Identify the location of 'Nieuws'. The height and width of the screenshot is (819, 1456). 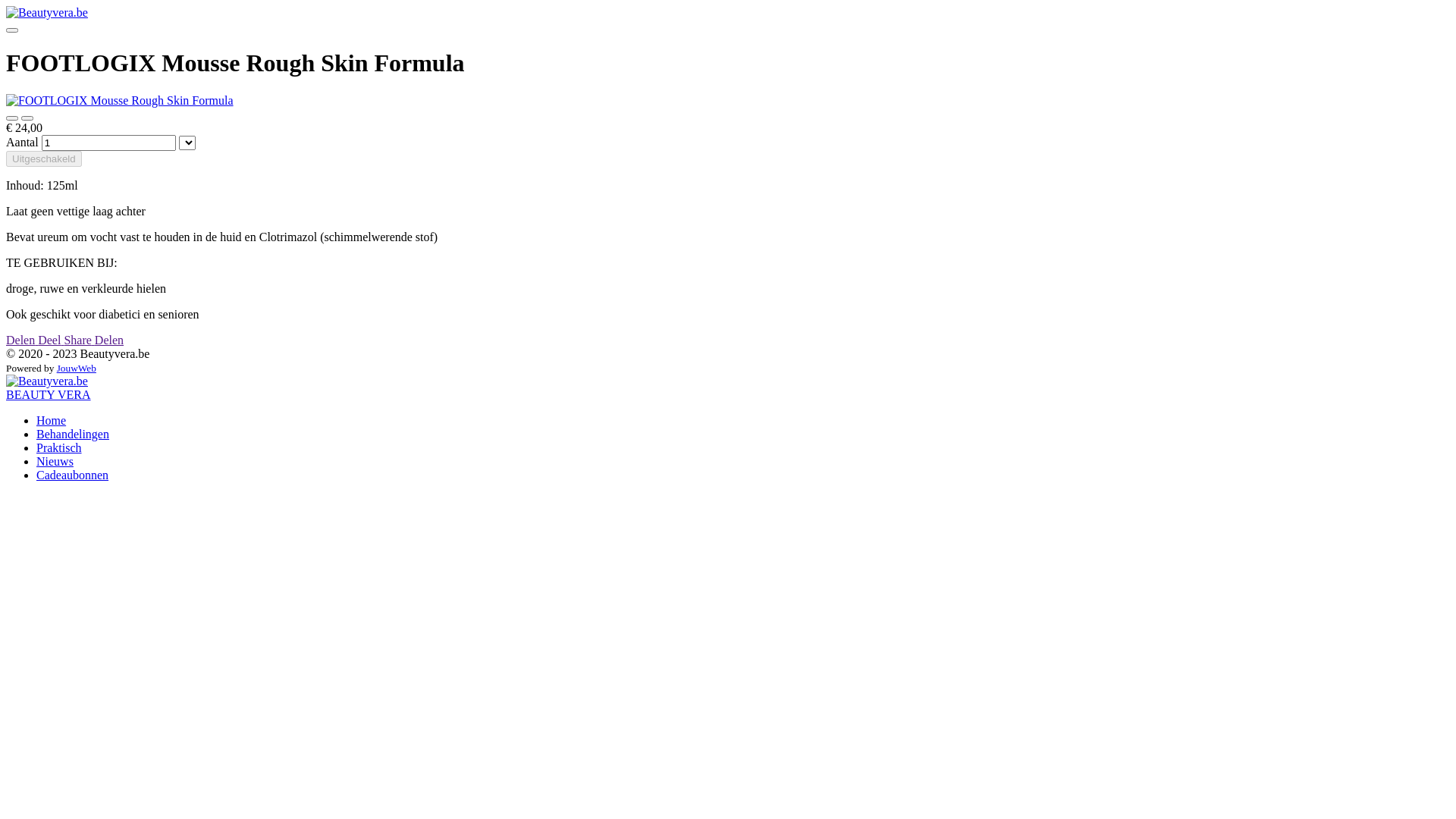
(55, 460).